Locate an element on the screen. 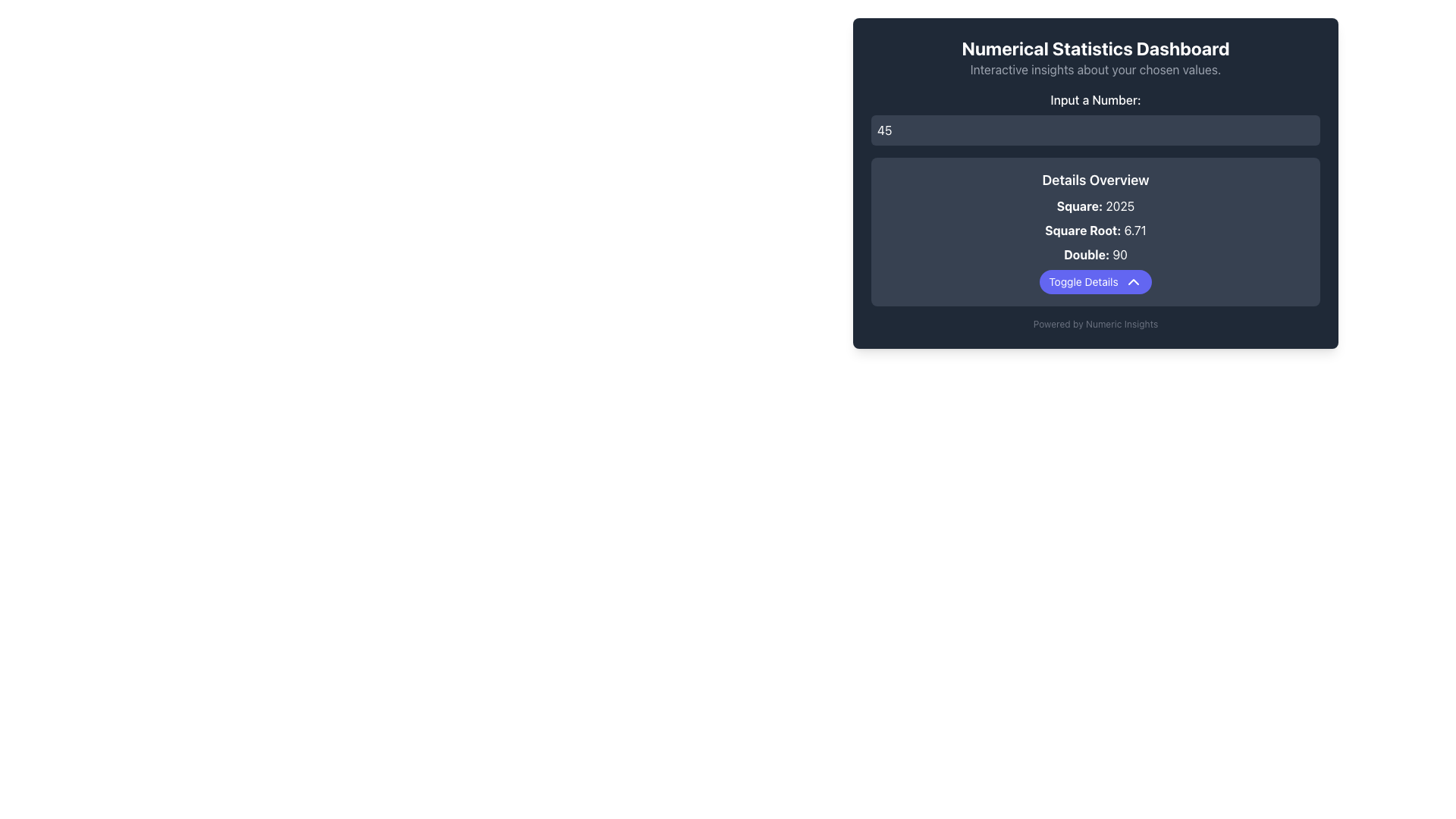 Image resolution: width=1456 pixels, height=819 pixels. the labeled input field for entering a numerical value, which has the label 'Input a Number:' above it, to focus on the input field is located at coordinates (1095, 117).